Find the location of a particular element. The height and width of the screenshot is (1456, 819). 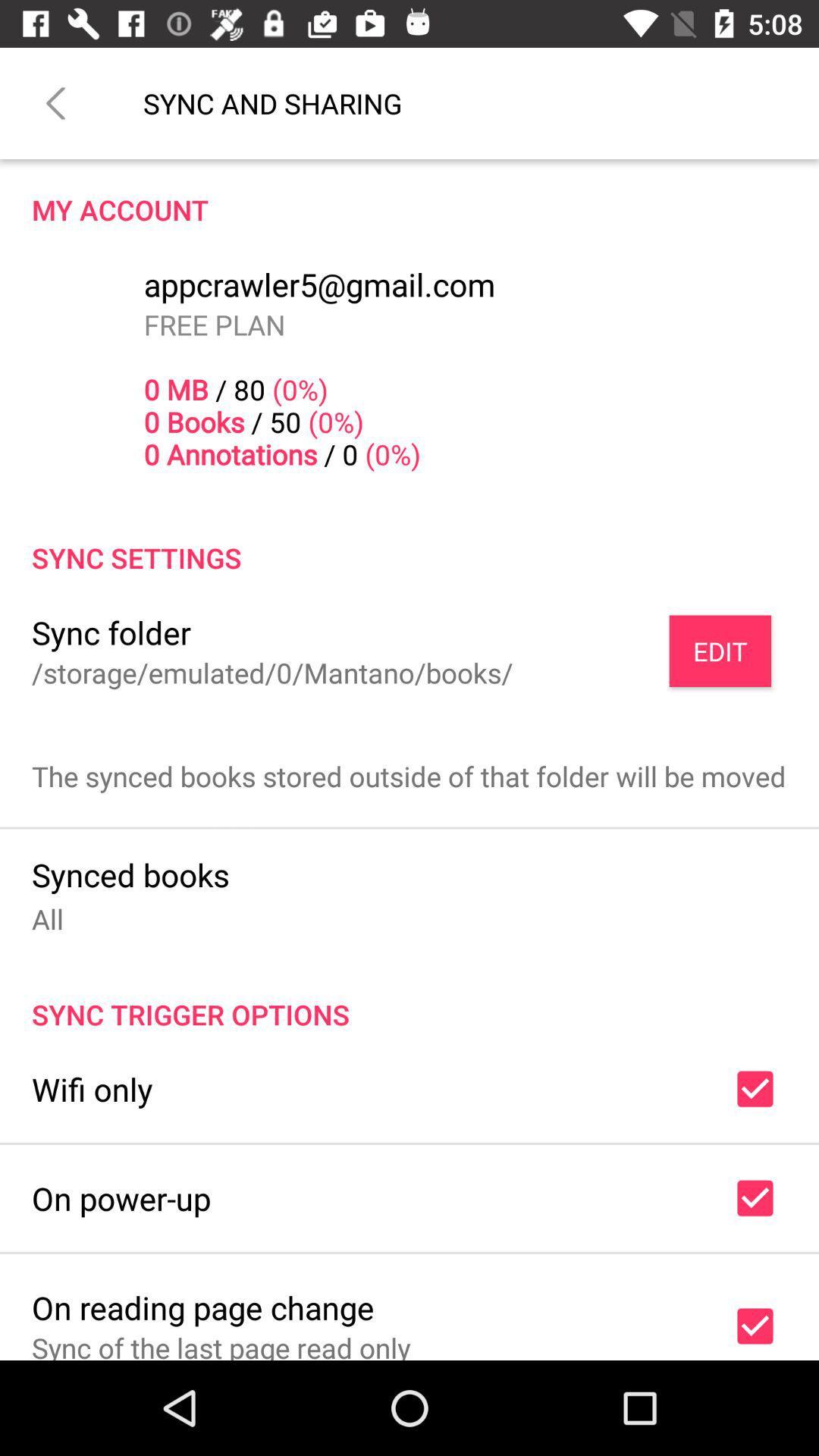

the appcrawler5@gmail.com is located at coordinates (318, 284).